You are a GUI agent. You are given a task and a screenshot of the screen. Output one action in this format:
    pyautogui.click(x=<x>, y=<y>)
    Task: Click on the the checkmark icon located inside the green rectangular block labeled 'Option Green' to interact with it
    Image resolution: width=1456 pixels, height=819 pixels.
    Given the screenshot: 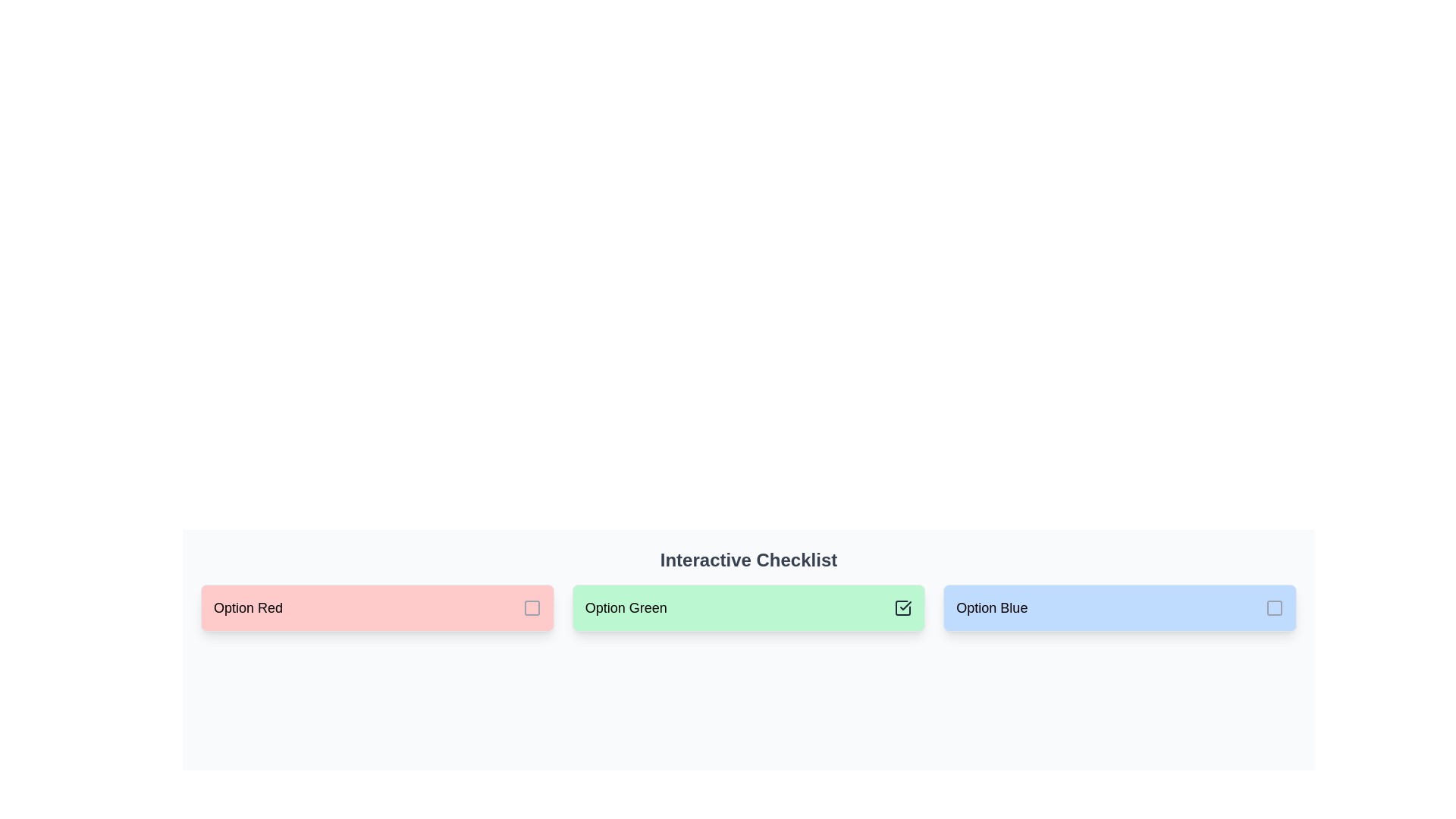 What is the action you would take?
    pyautogui.click(x=905, y=604)
    